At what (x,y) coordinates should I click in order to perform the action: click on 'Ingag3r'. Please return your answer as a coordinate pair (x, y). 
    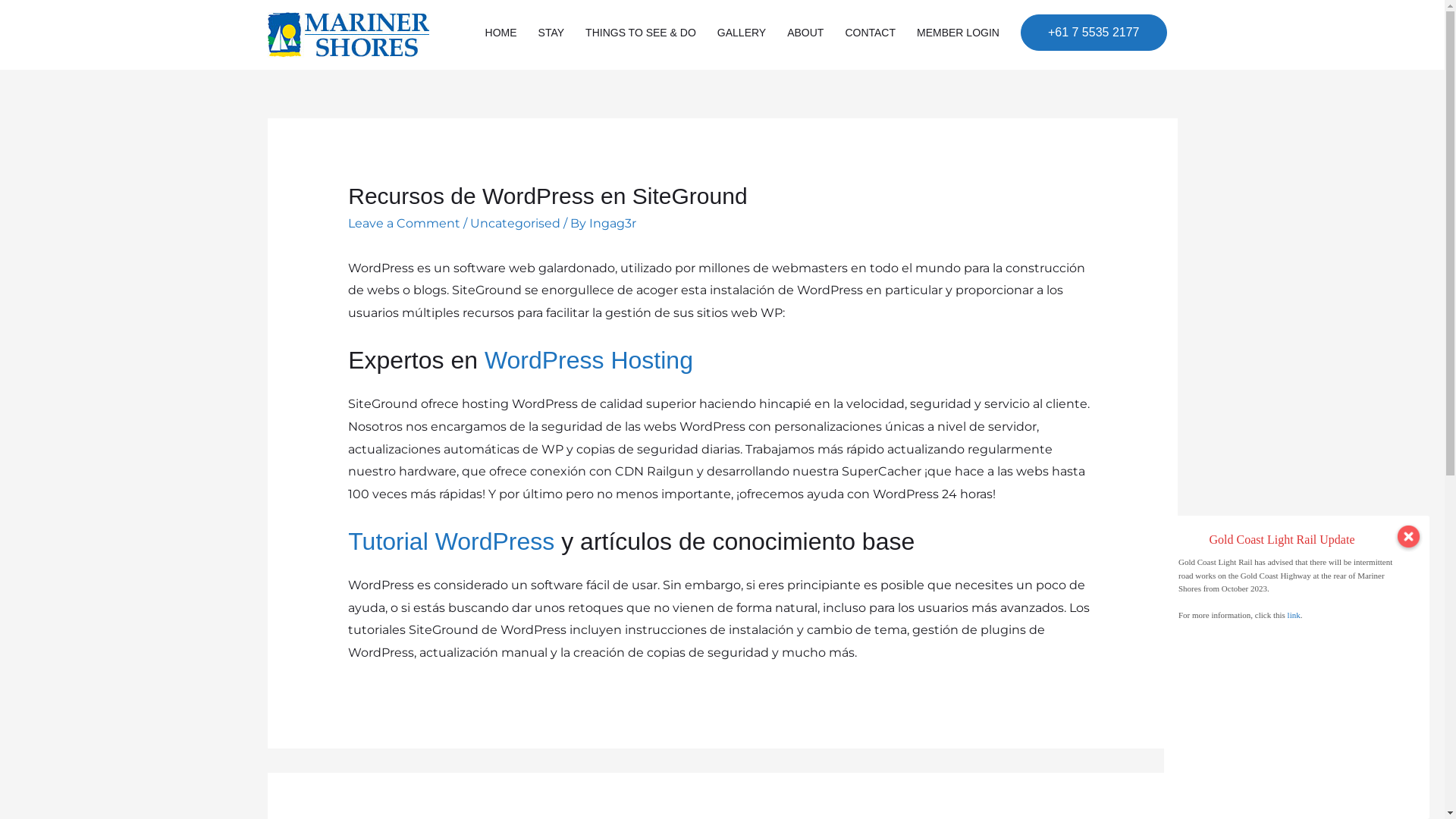
    Looking at the image, I should click on (612, 223).